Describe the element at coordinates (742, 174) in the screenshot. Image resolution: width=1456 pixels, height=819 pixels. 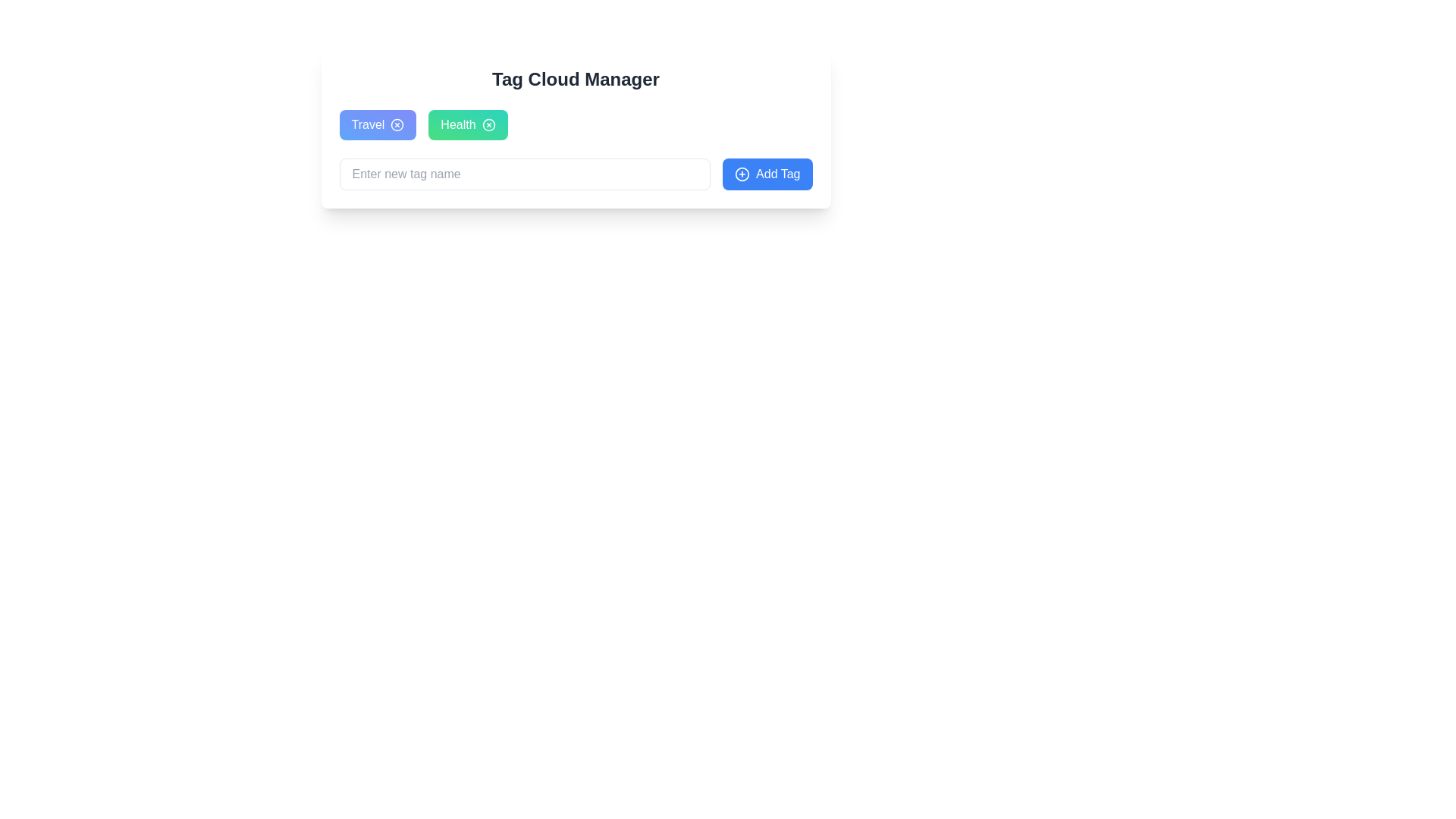
I see `circular outline of the 'Add Tag' button, which represents the 'Add Tag' action, using the browser's developer tools` at that location.